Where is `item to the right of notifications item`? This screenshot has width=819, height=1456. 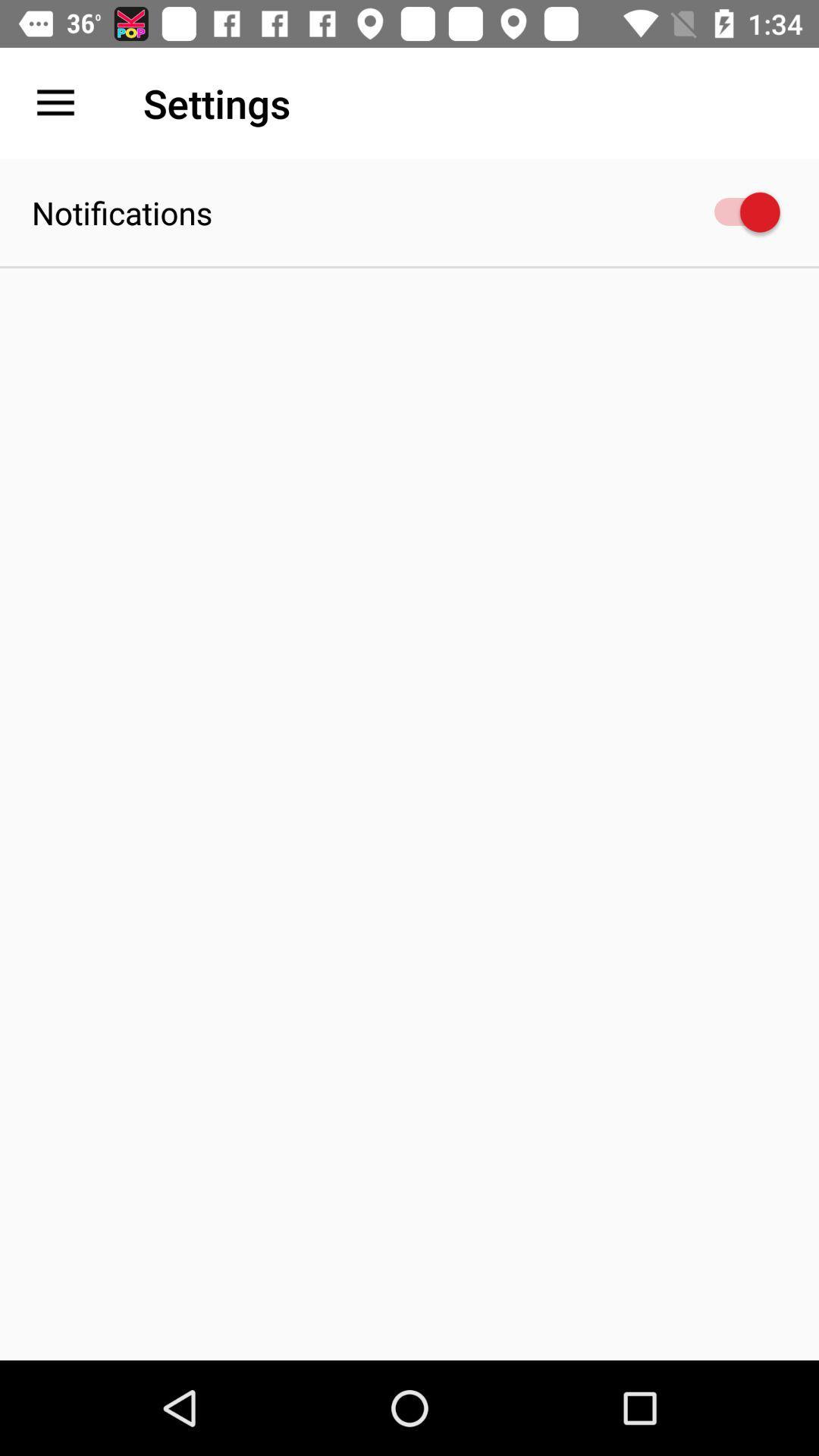 item to the right of notifications item is located at coordinates (739, 212).